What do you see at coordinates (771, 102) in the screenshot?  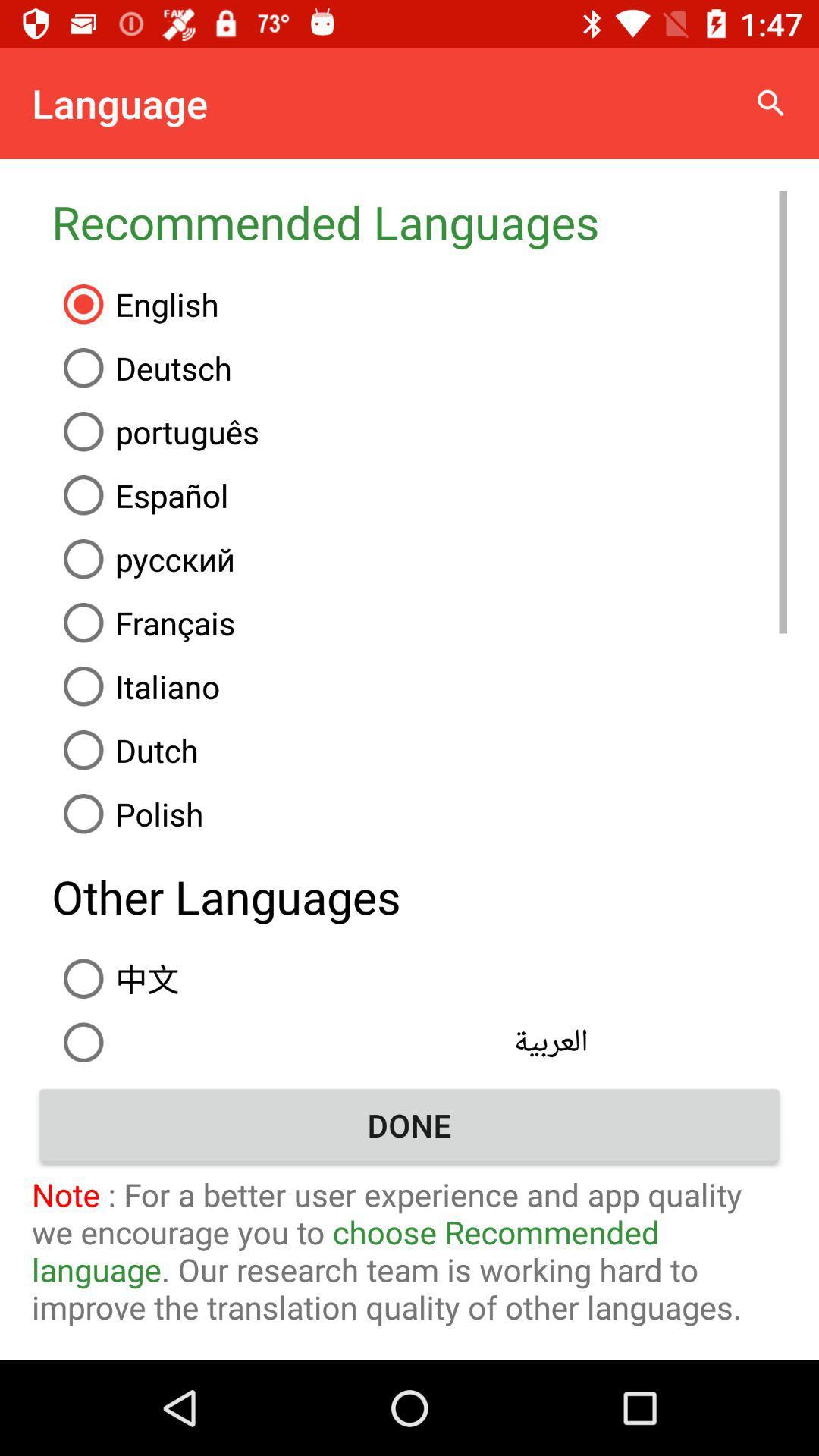 I see `icon above the recommended languages` at bounding box center [771, 102].